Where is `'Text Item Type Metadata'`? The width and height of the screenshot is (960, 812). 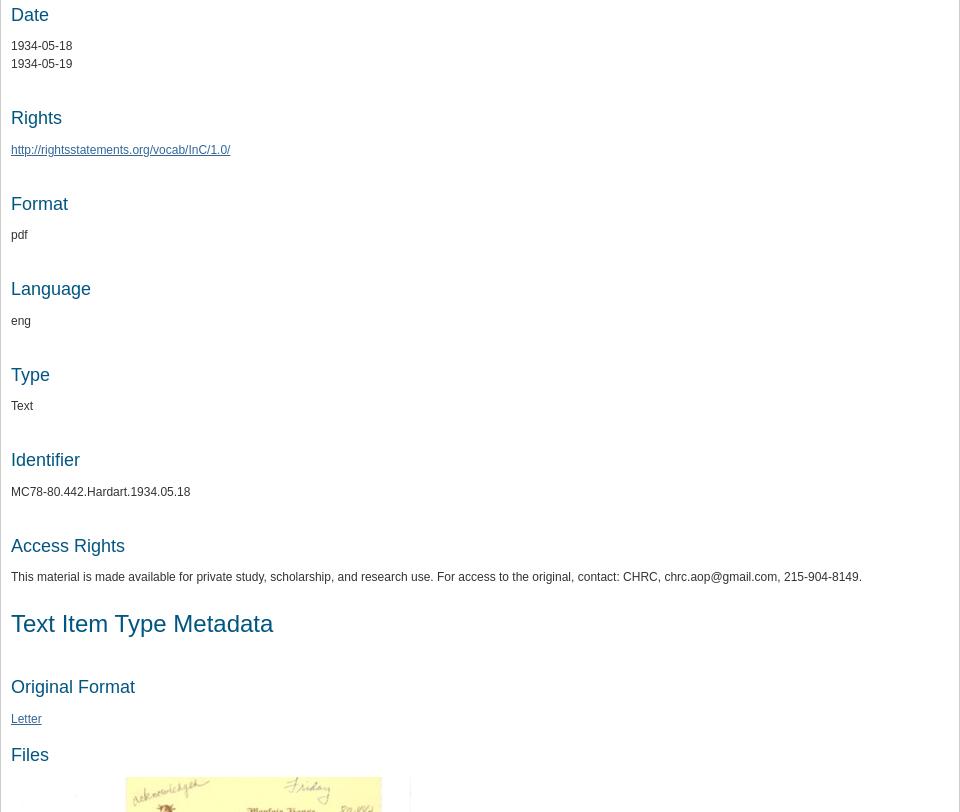
'Text Item Type Metadata' is located at coordinates (10, 623).